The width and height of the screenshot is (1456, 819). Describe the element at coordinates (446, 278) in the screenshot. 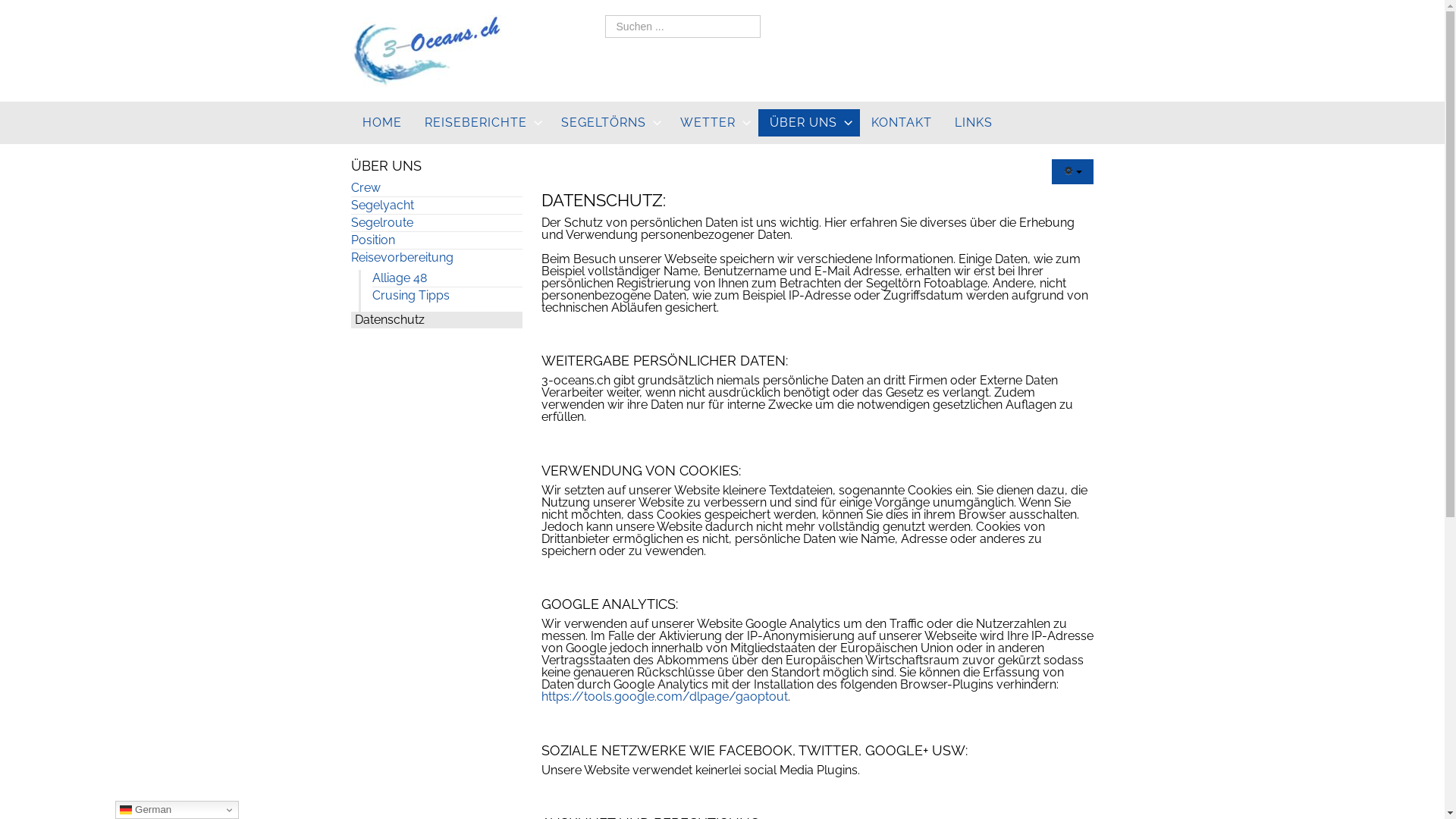

I see `'Alliage 48'` at that location.